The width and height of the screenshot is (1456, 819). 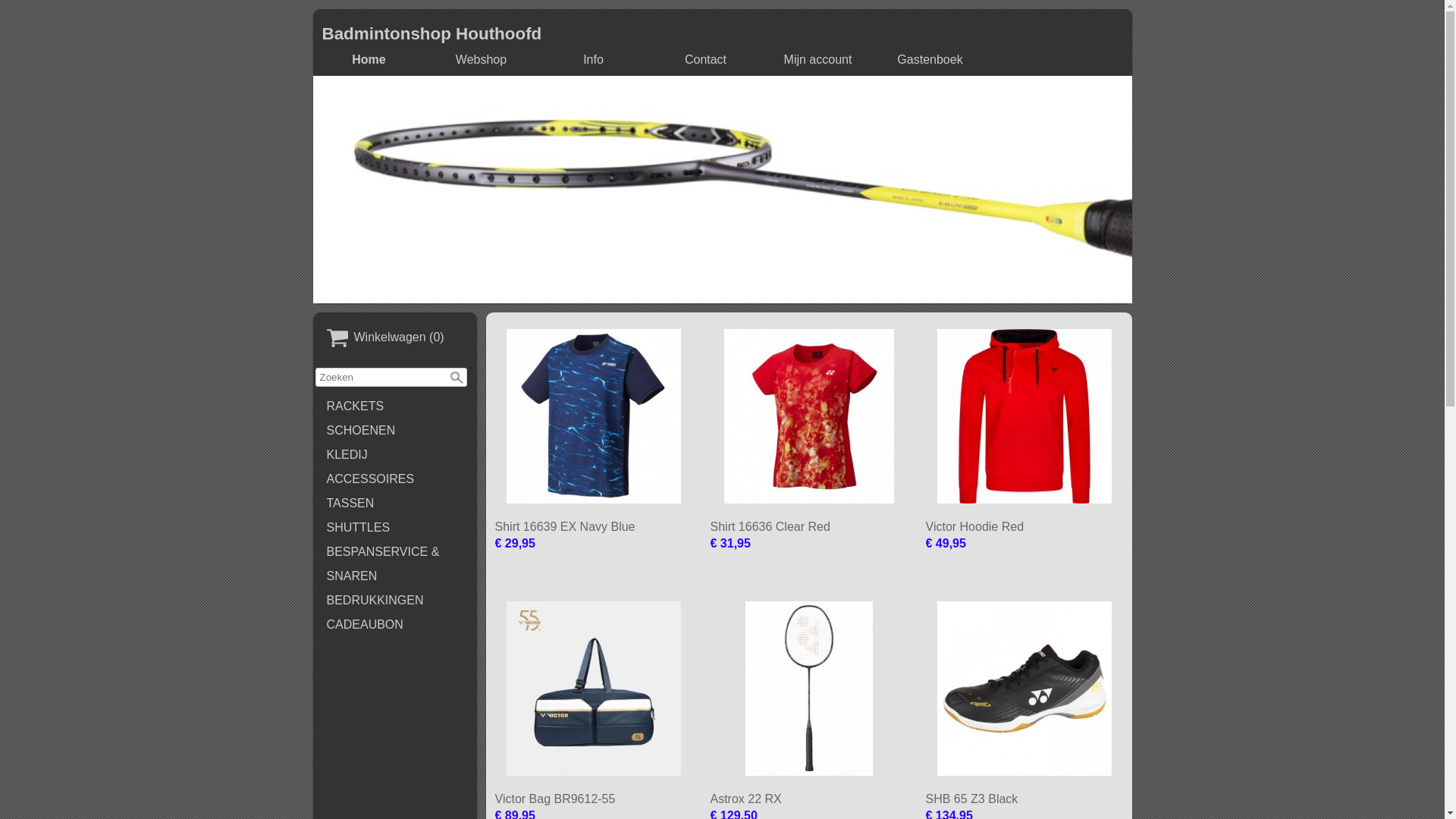 What do you see at coordinates (817, 58) in the screenshot?
I see `'Mijn account'` at bounding box center [817, 58].